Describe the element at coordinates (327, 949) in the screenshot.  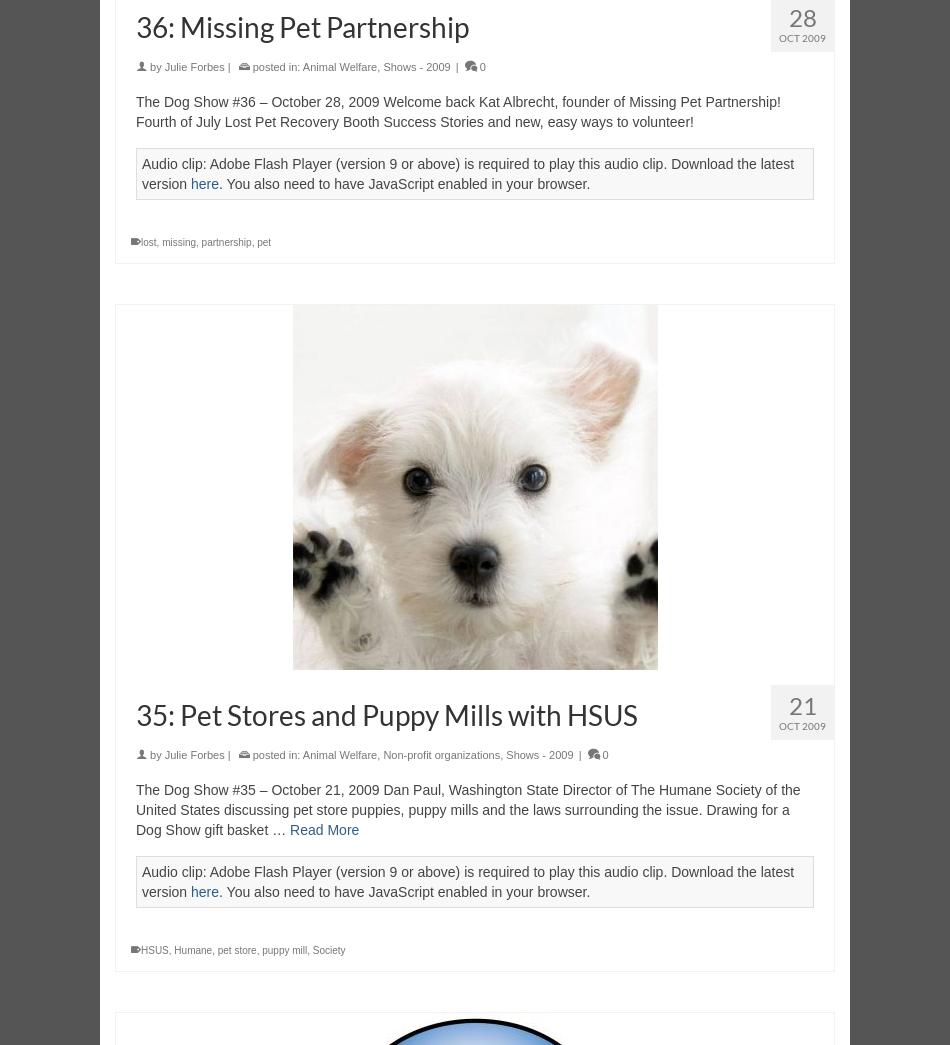
I see `'Society'` at that location.